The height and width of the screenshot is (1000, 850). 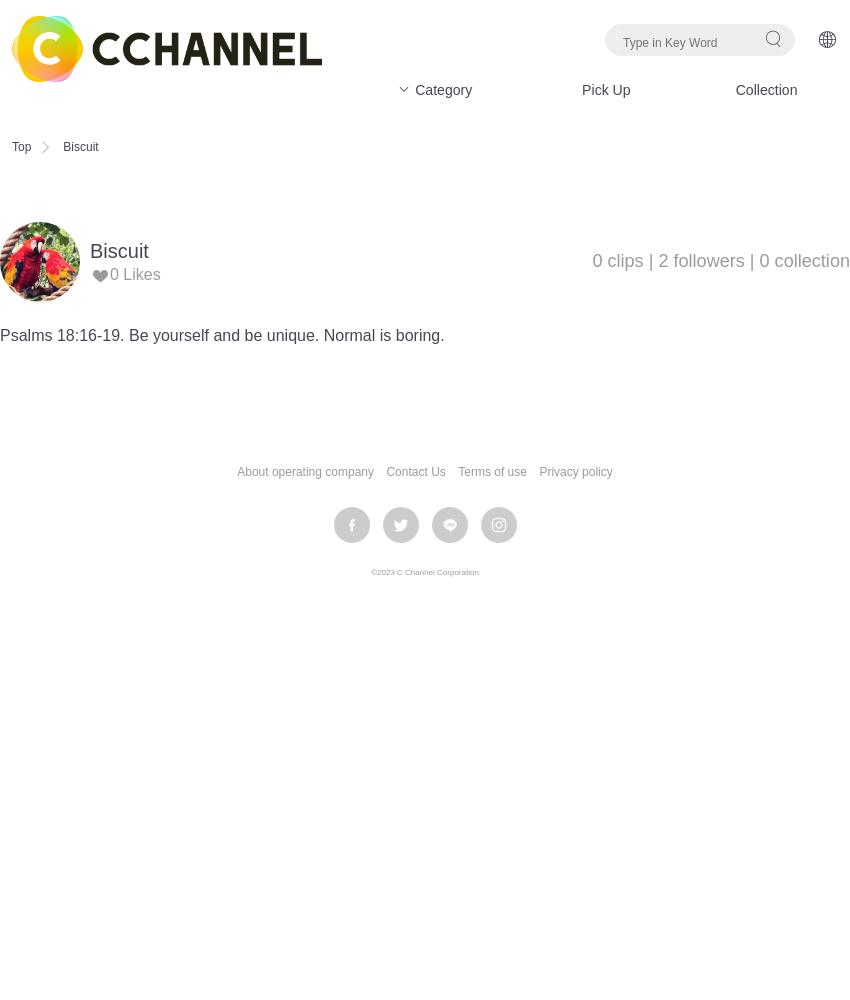 I want to click on 'Top', so click(x=20, y=147).